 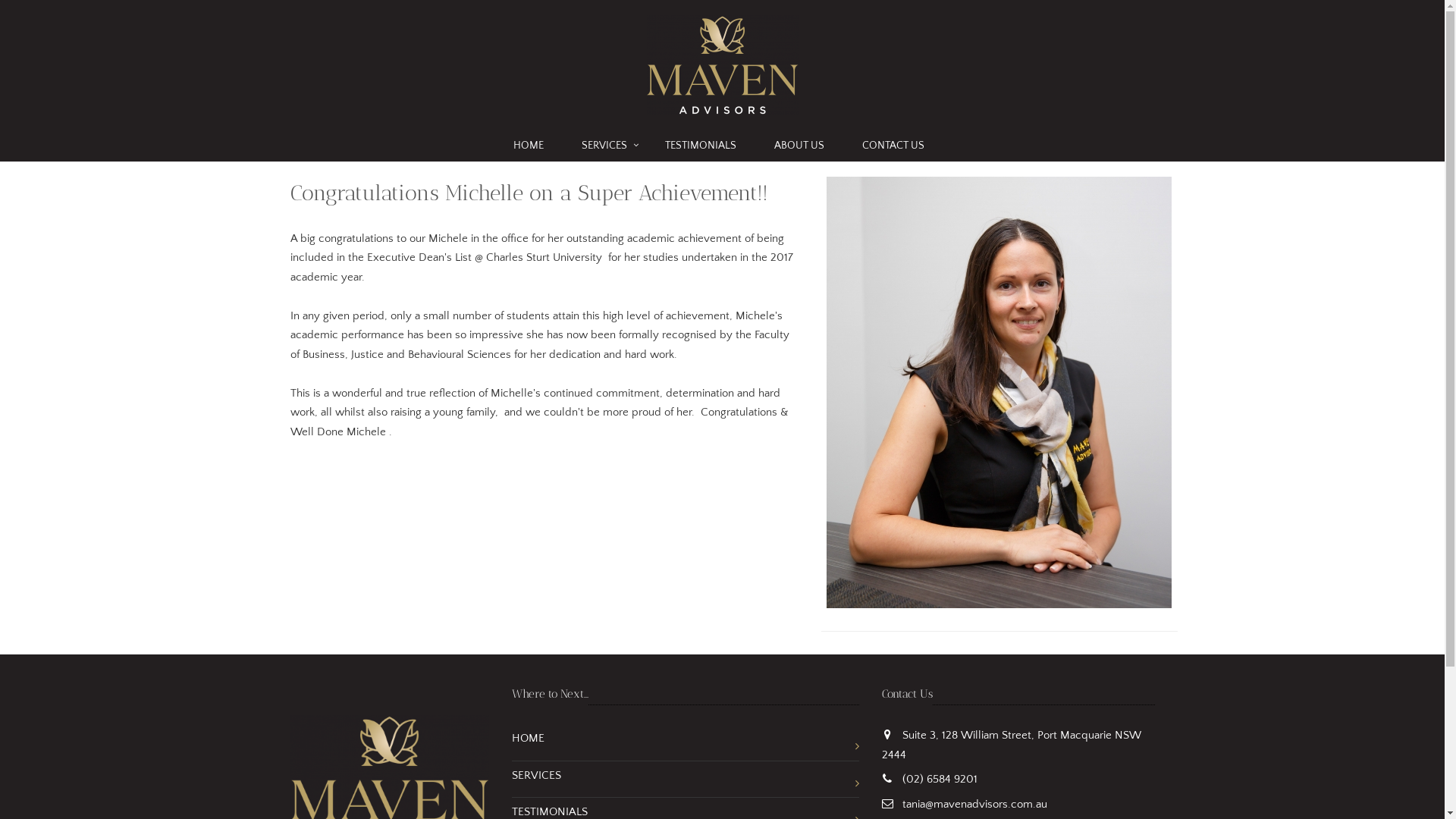 What do you see at coordinates (497, 146) in the screenshot?
I see `'HOME'` at bounding box center [497, 146].